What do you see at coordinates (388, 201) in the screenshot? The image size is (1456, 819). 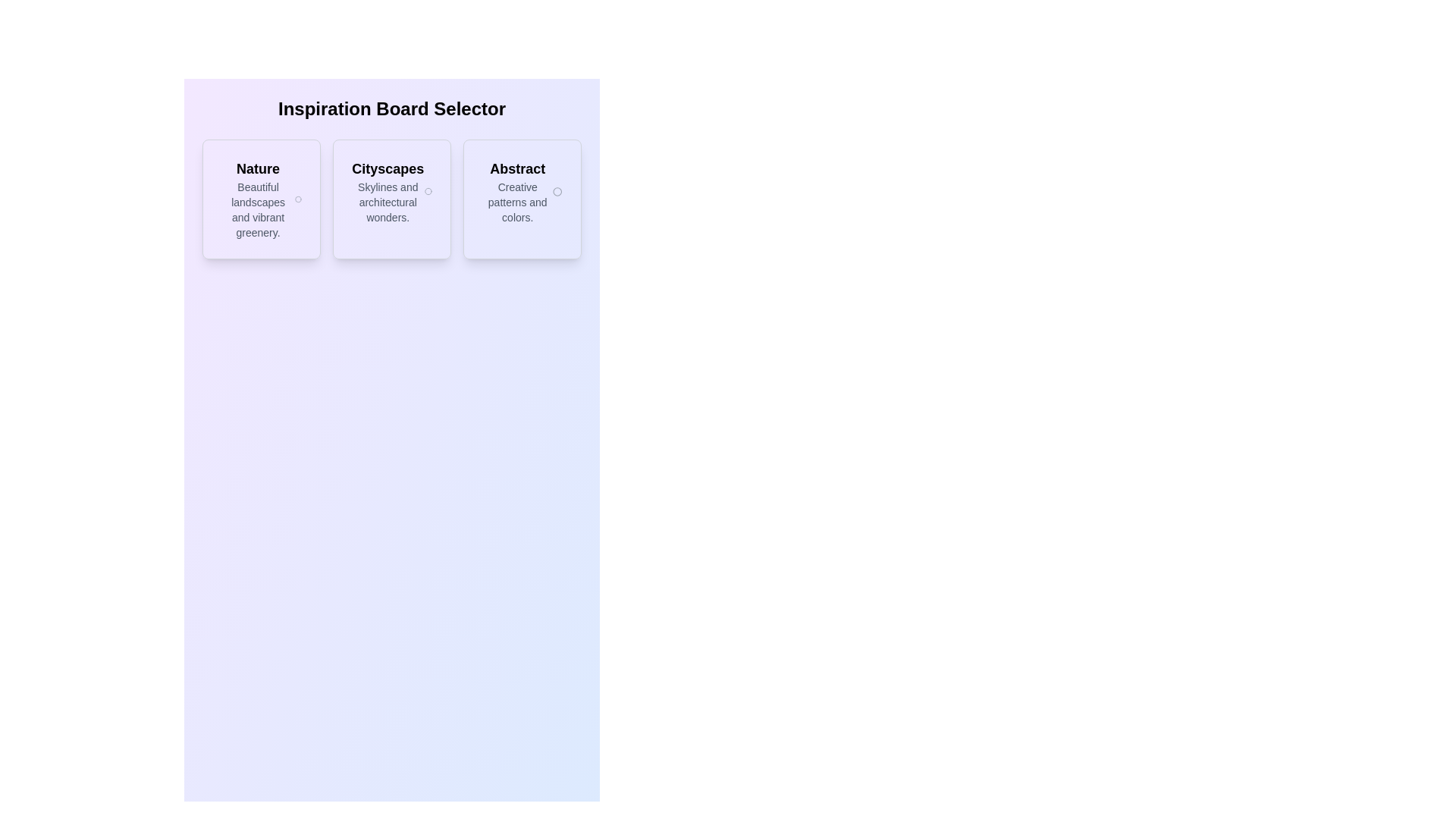 I see `the descriptive text label that provides information about the 'Cityscapes' option, located beneath the bold text 'Cityscapes' in the middle card of three horizontally aligned cards` at bounding box center [388, 201].